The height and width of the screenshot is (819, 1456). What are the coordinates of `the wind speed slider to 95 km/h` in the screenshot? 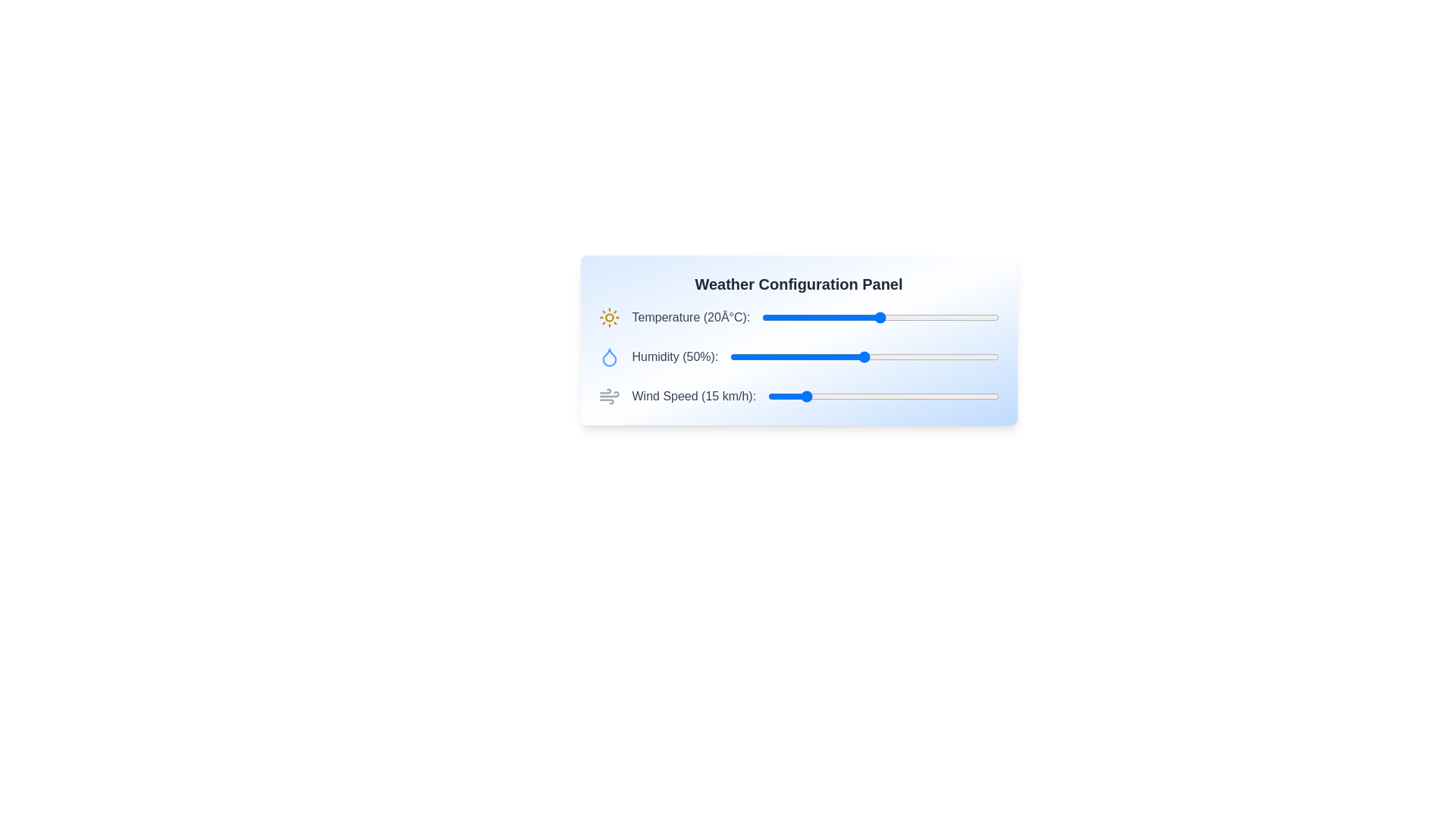 It's located at (987, 396).